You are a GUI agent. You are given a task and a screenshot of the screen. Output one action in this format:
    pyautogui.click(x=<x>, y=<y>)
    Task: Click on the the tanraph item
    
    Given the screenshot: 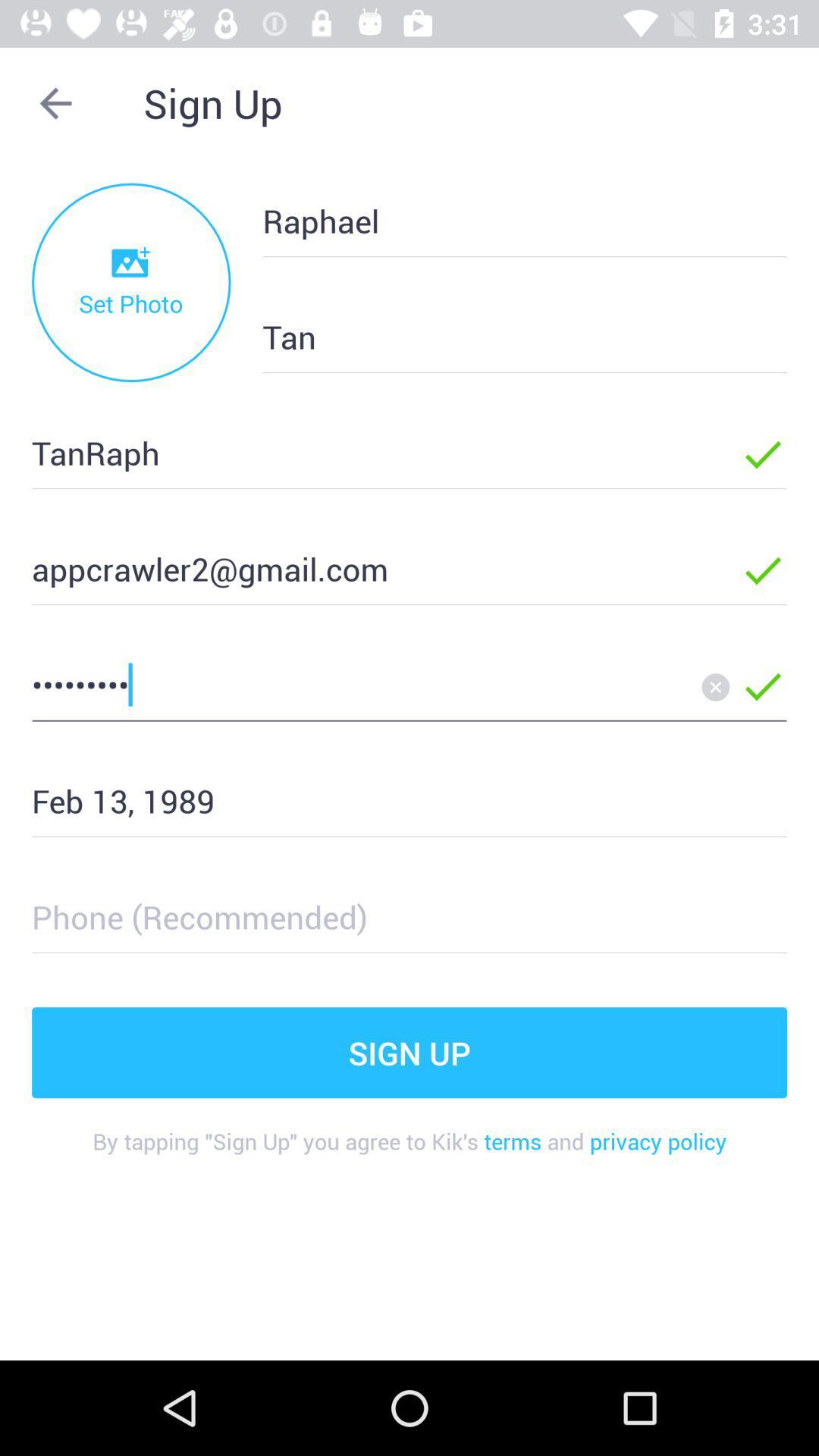 What is the action you would take?
    pyautogui.click(x=362, y=451)
    